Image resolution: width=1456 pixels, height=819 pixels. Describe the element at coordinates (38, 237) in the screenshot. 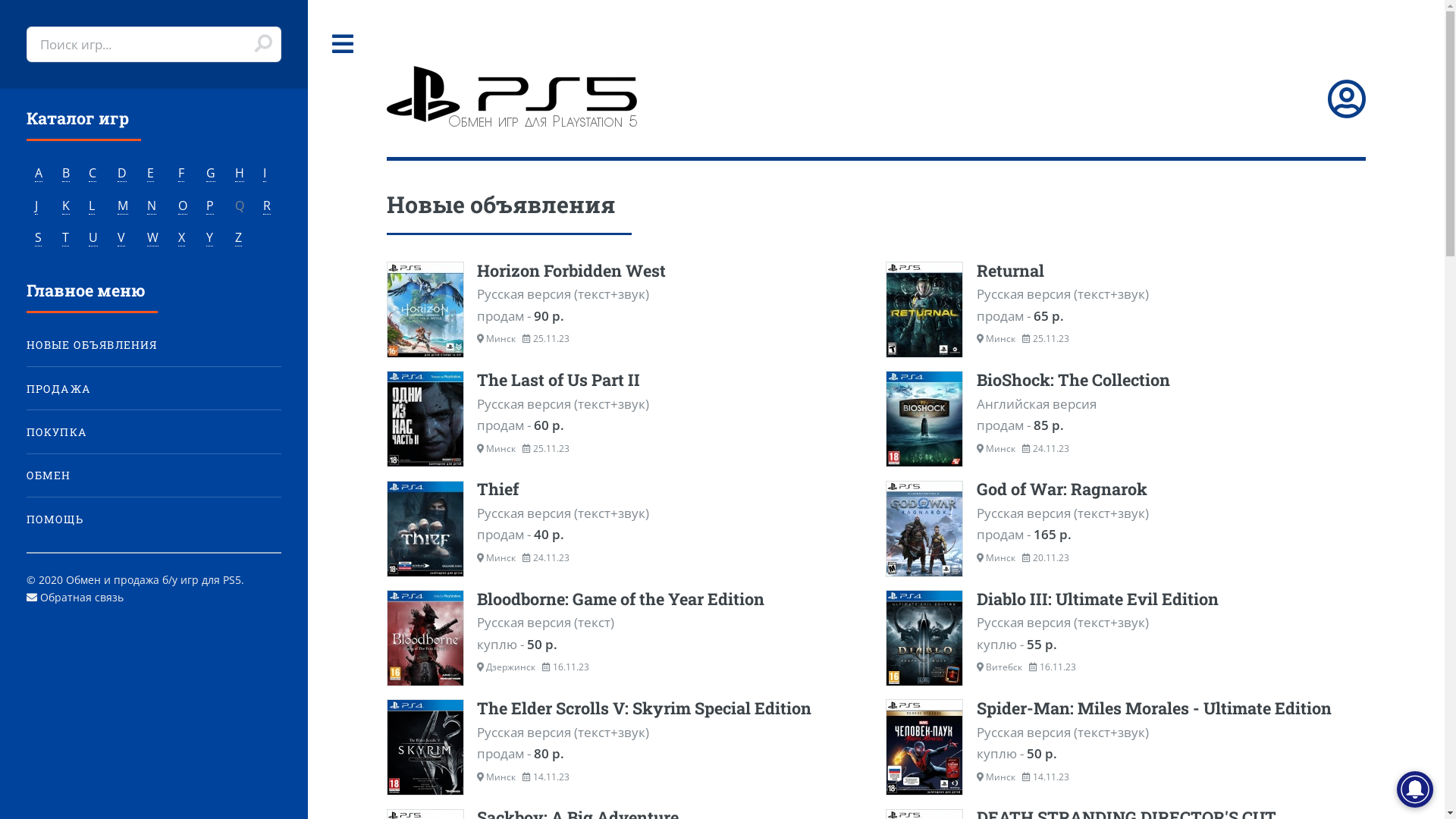

I see `'S'` at that location.